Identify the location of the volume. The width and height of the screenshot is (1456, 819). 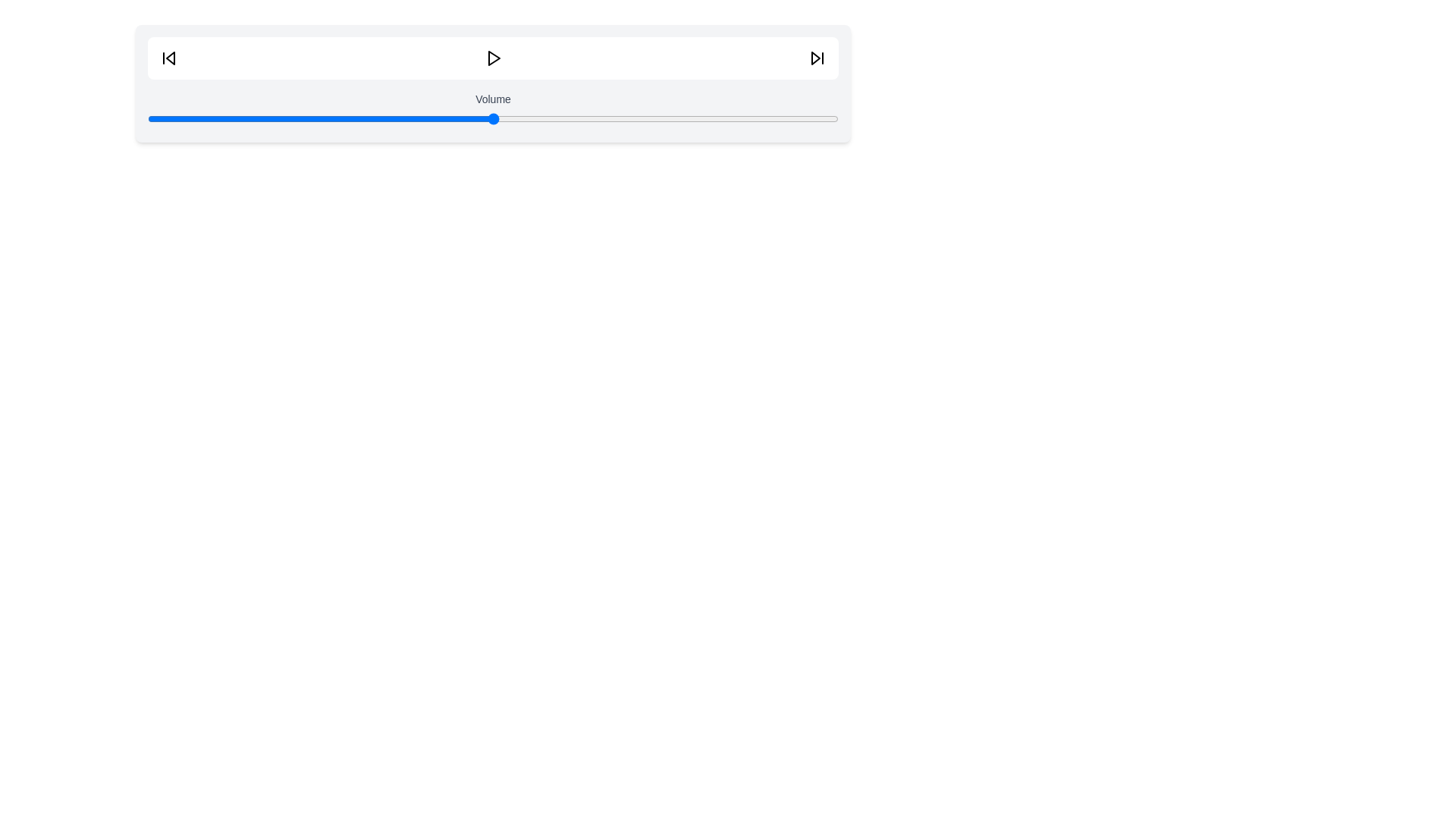
(817, 118).